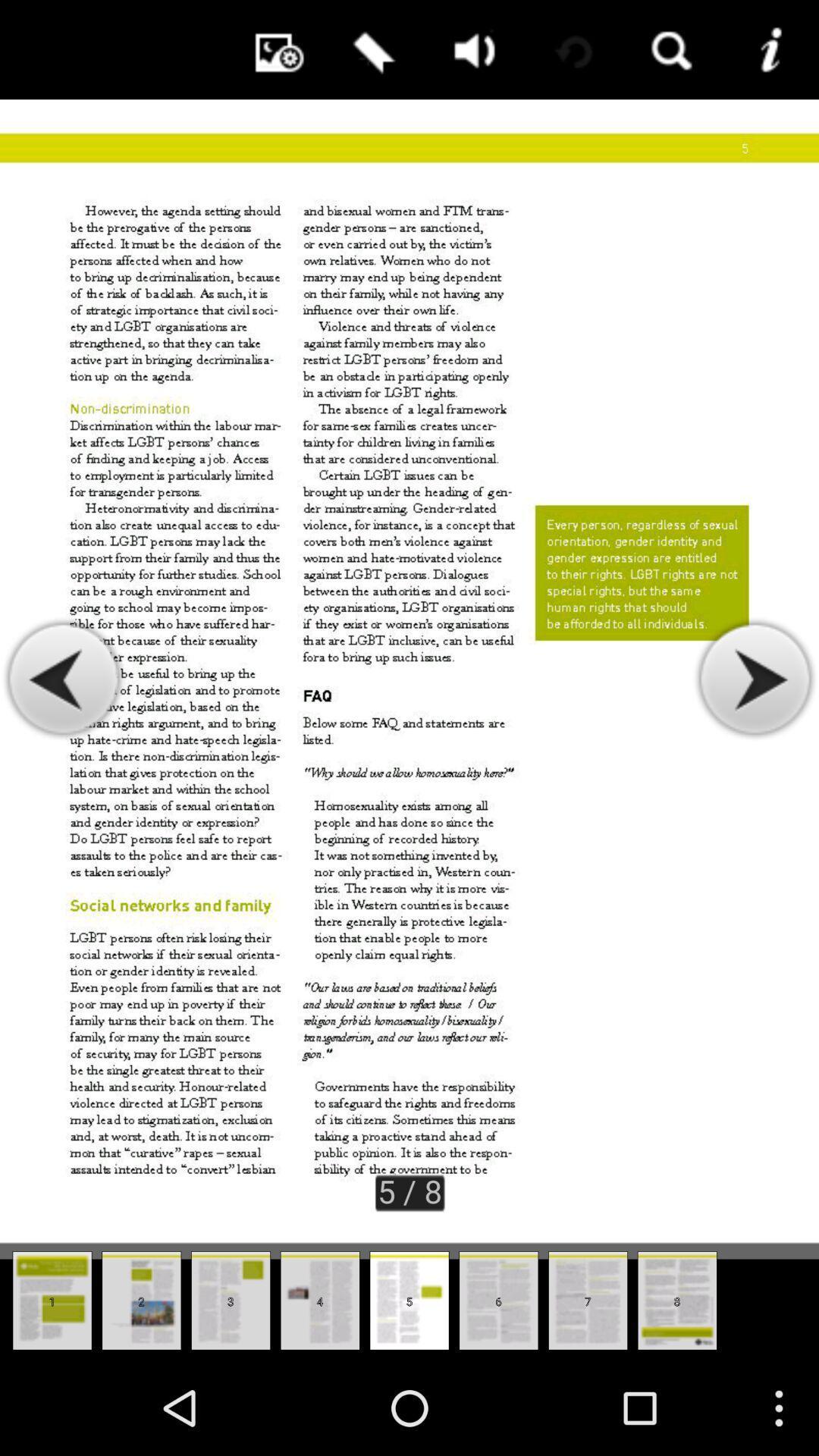 This screenshot has width=819, height=1456. I want to click on the arrow_backward icon, so click(63, 726).